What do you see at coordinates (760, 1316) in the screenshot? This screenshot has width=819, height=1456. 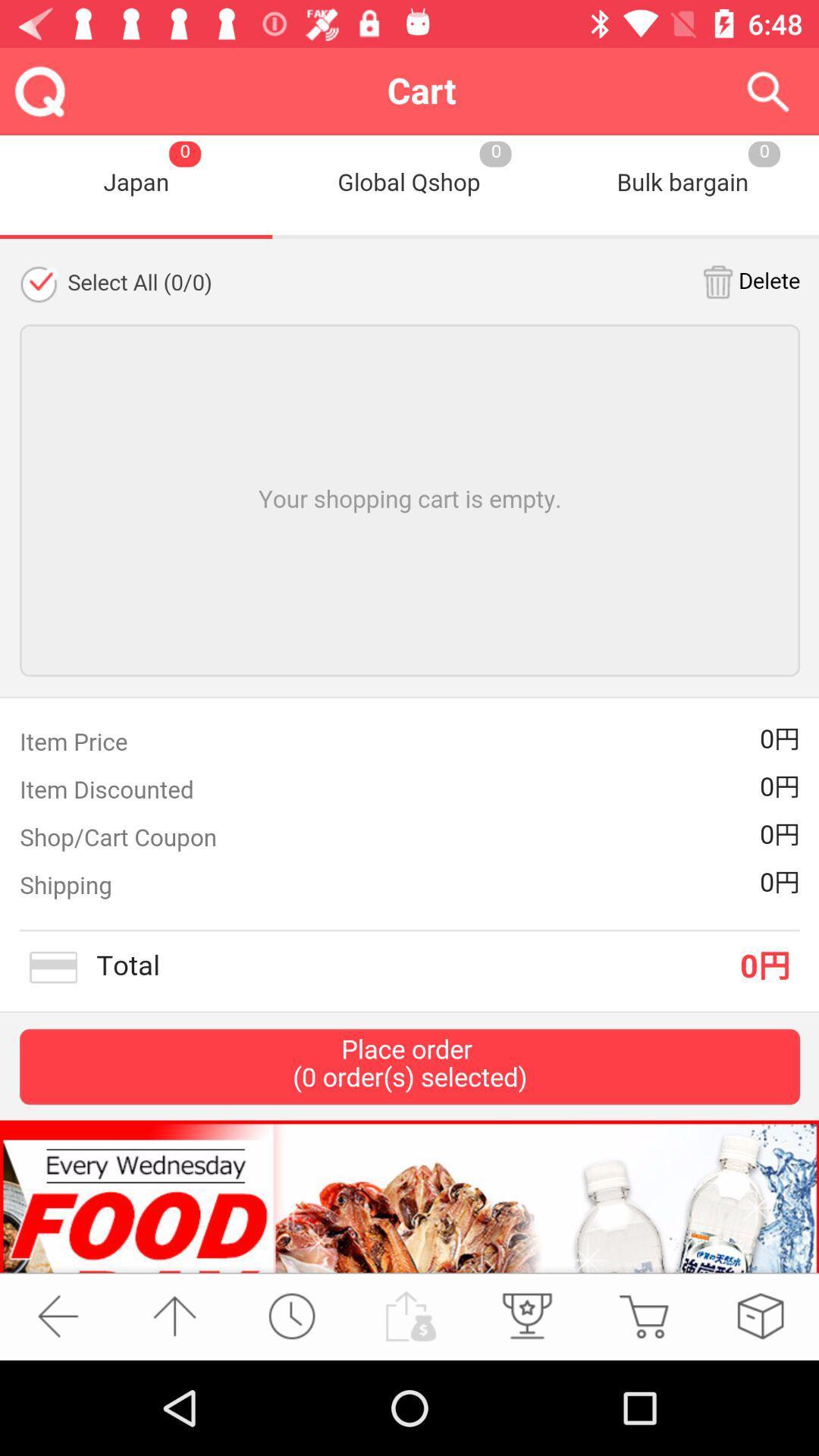 I see `the last icon which is at the bottom right corner` at bounding box center [760, 1316].